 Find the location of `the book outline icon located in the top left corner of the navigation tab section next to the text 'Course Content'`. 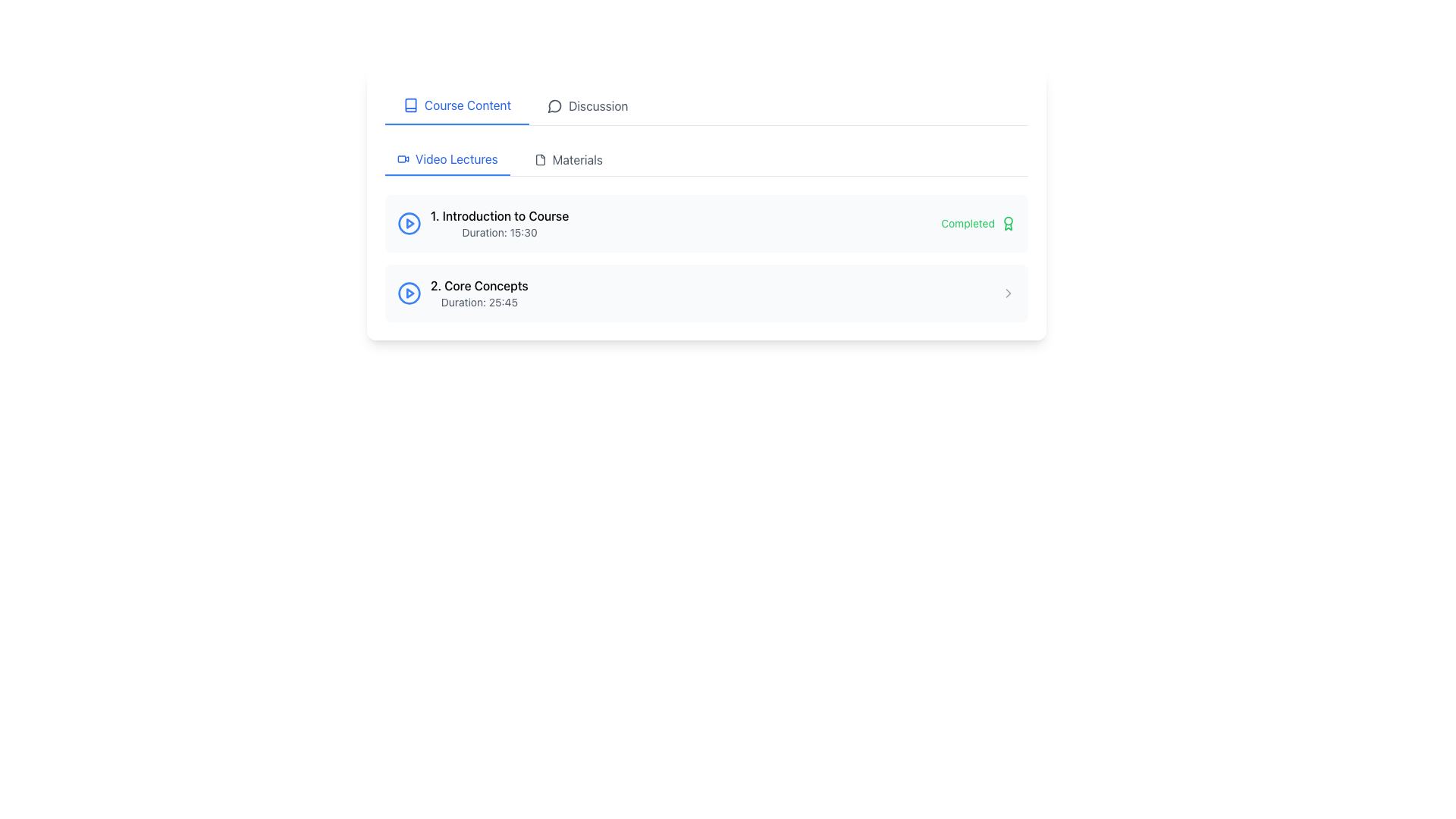

the book outline icon located in the top left corner of the navigation tab section next to the text 'Course Content' is located at coordinates (411, 104).